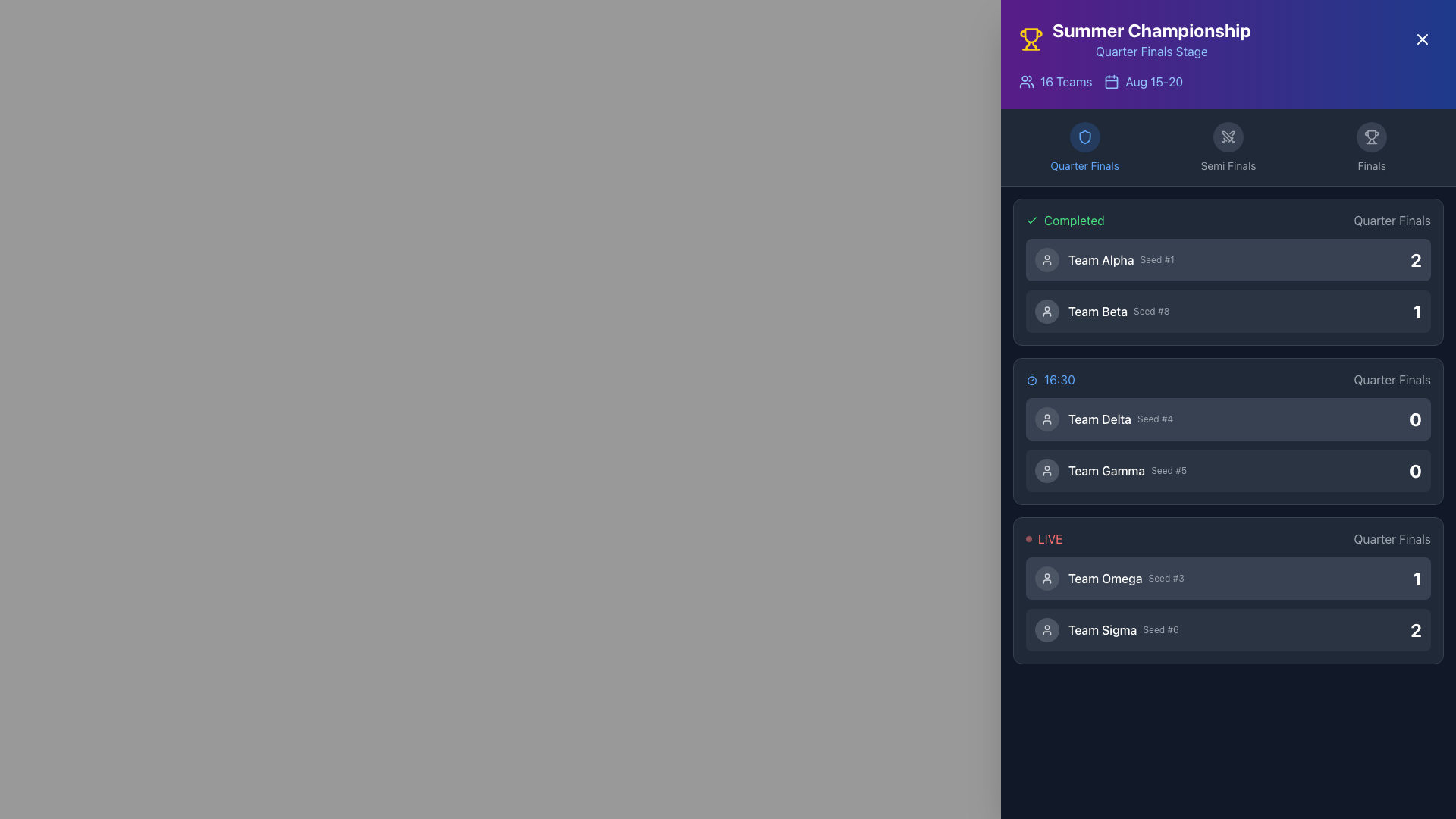 This screenshot has height=819, width=1456. What do you see at coordinates (1392, 220) in the screenshot?
I see `the static text label displaying 'Quarter Finals', which is right-aligned and located to the far right of the header 'Completed'` at bounding box center [1392, 220].